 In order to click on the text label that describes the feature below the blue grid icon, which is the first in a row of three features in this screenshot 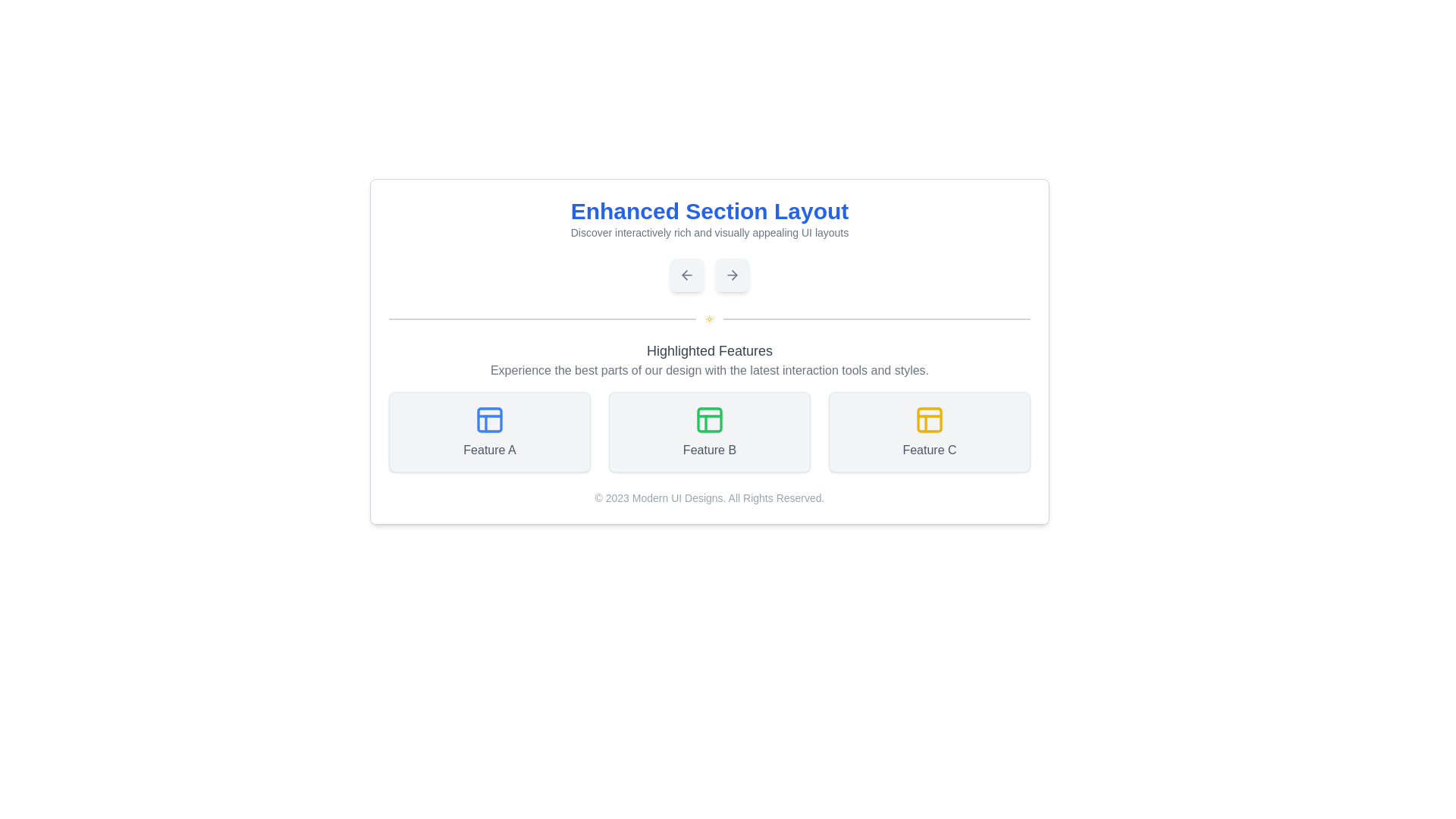, I will do `click(490, 450)`.